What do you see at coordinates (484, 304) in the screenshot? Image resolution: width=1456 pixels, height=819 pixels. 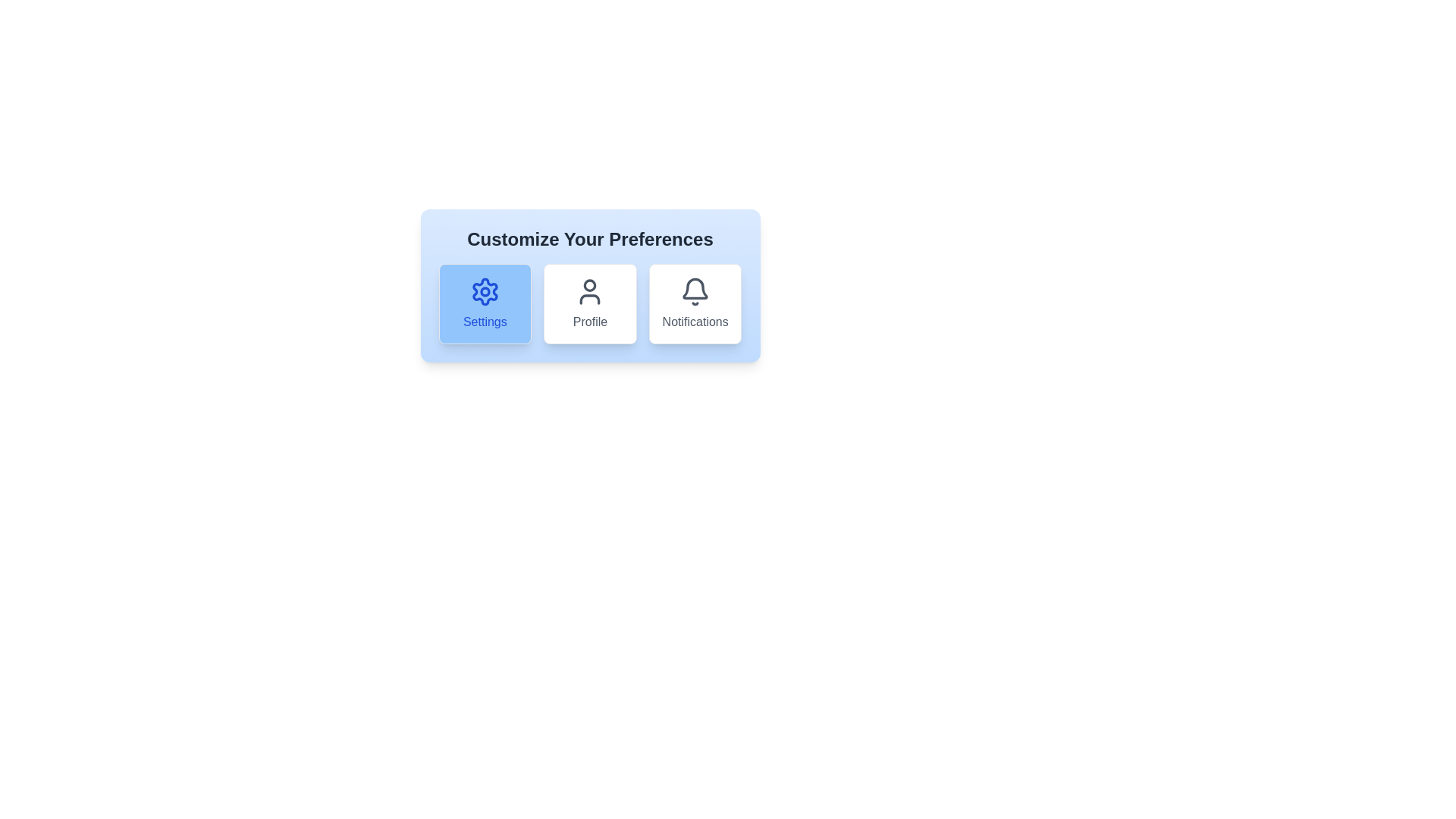 I see `the 'Settings' button, which is represented as a rectangular card with a blue background and a gear icon above the text label 'Settings'. It is the first card on the left in a grid layout before the 'Profile' and 'Notifications' cards` at bounding box center [484, 304].